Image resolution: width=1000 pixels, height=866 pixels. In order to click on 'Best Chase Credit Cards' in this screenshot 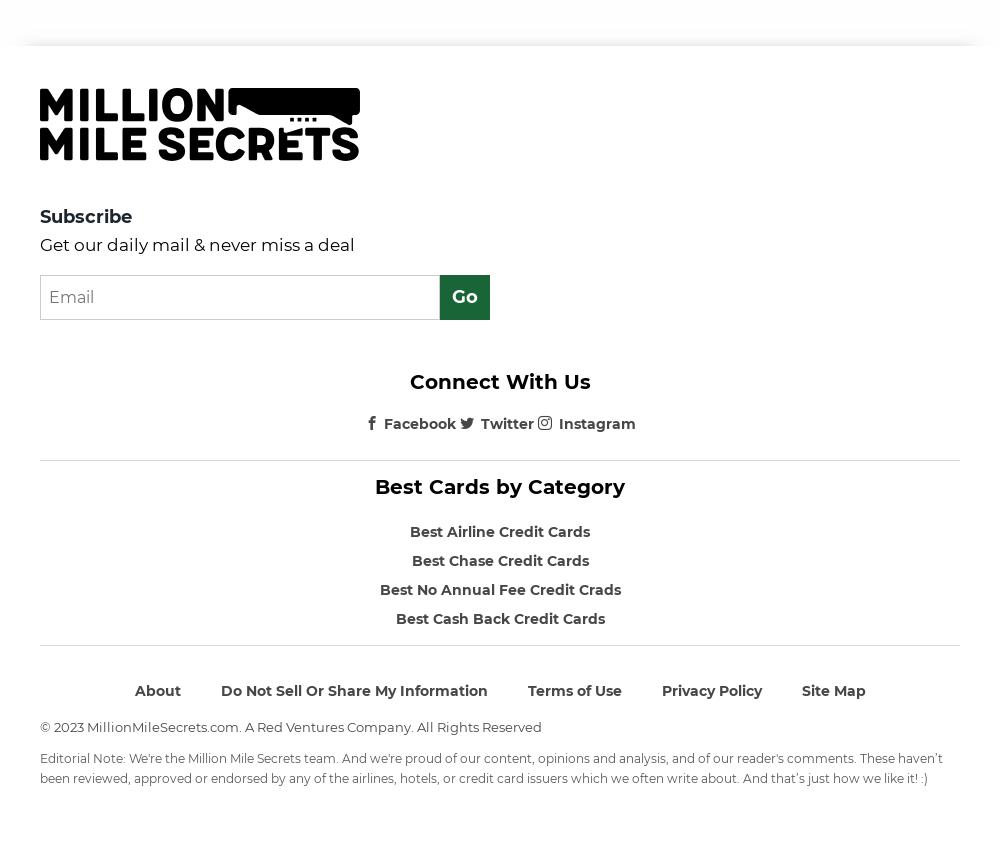, I will do `click(498, 560)`.